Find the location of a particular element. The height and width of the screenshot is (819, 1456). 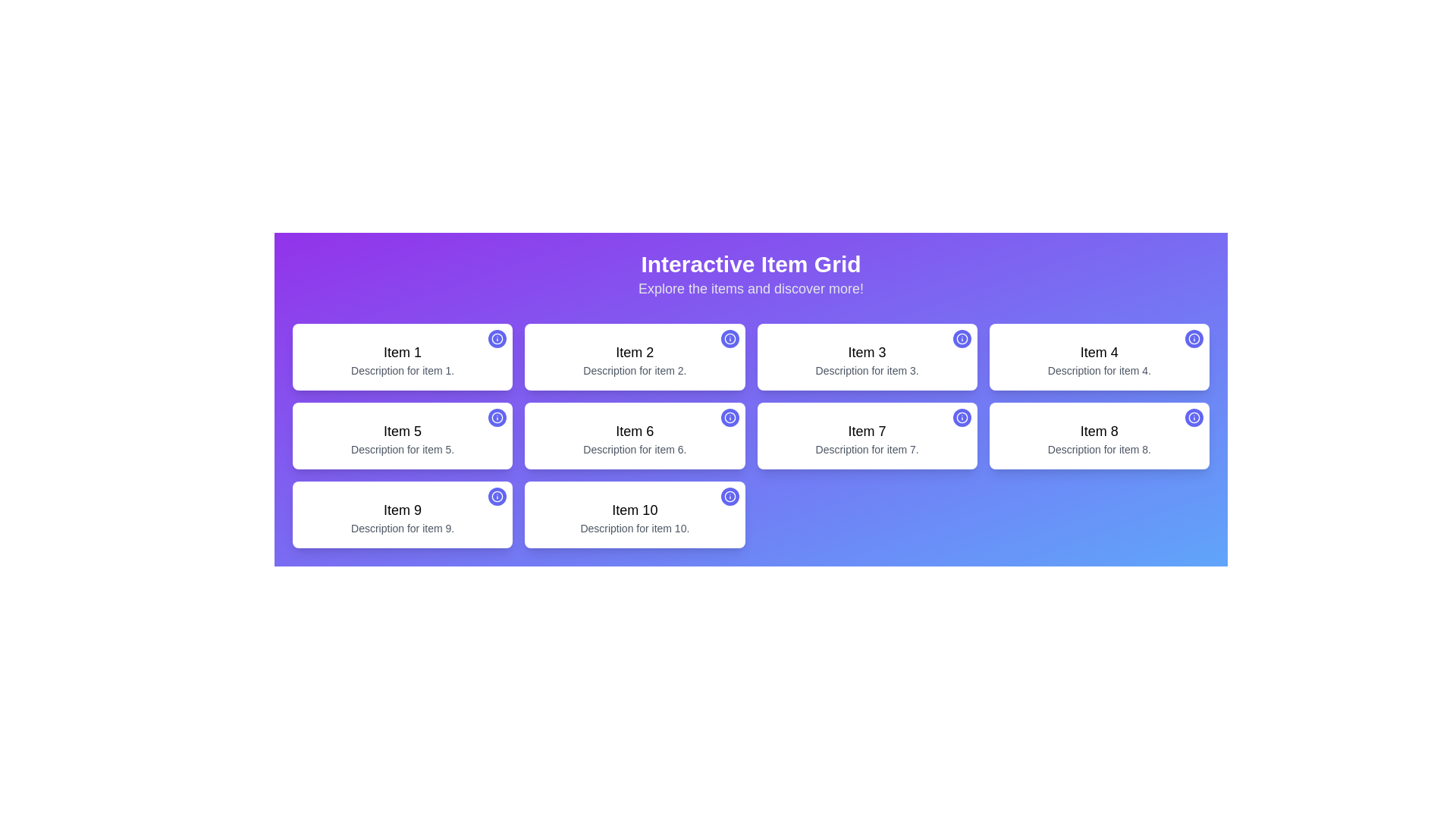

the circular button with a deep indigo background and white text located at the top-right corner of the card labeled 'Item 6' to trigger focus or display the tooltip is located at coordinates (730, 418).